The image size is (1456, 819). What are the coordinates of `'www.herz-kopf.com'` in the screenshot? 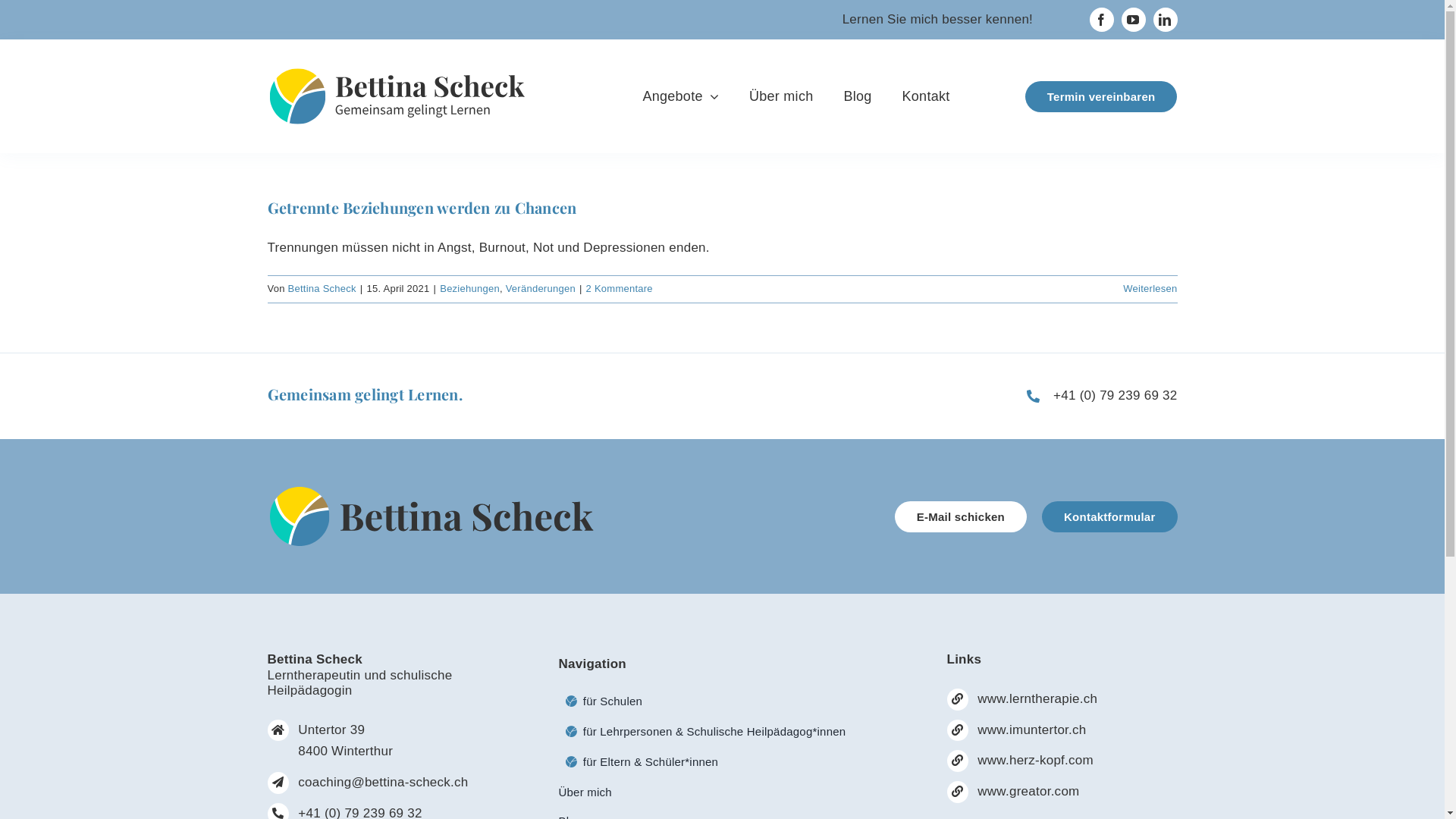 It's located at (1034, 760).